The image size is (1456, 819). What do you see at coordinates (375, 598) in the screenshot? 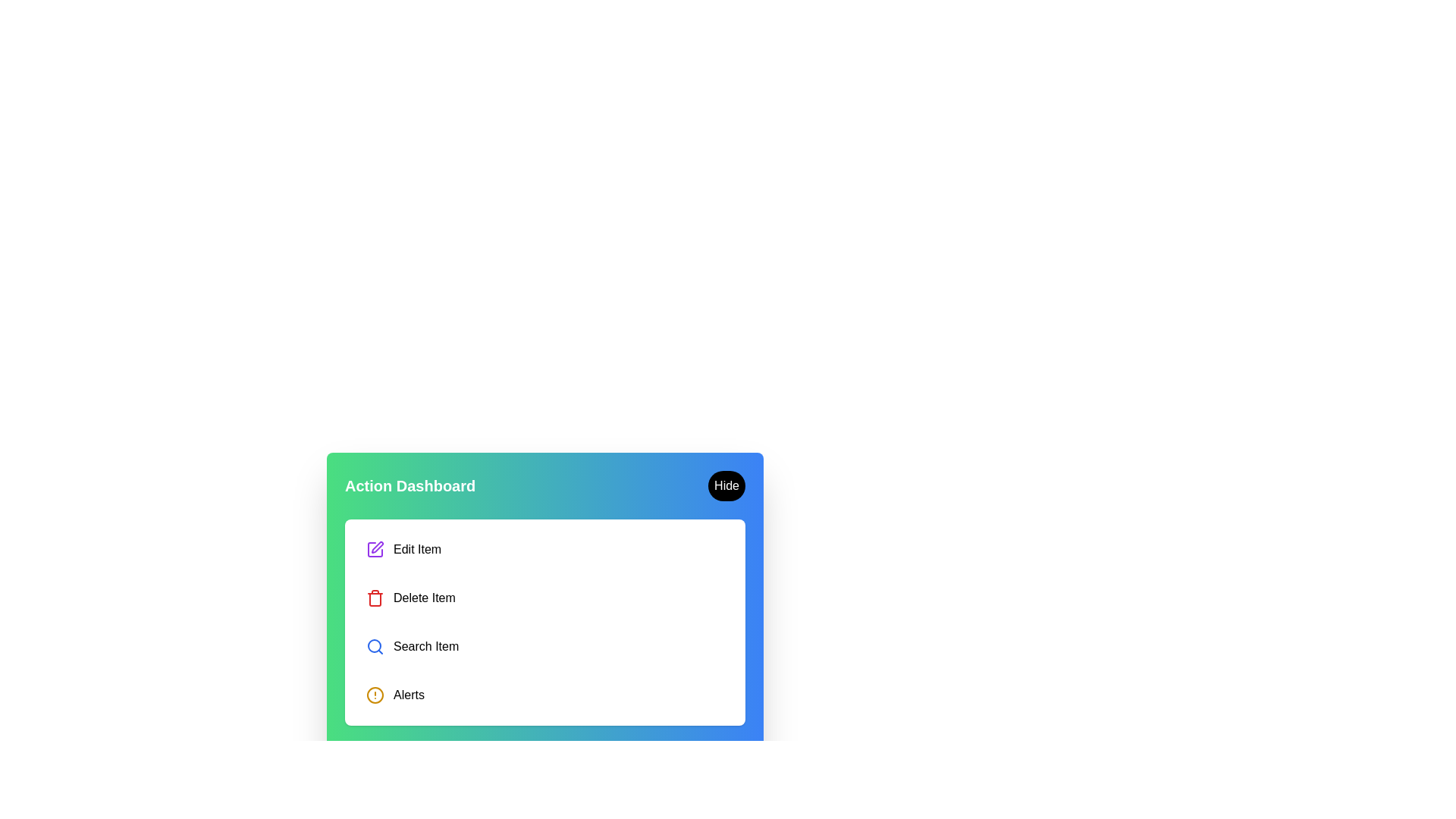
I see `the trash can icon, which represents the deletion action in the vertical list of actions` at bounding box center [375, 598].